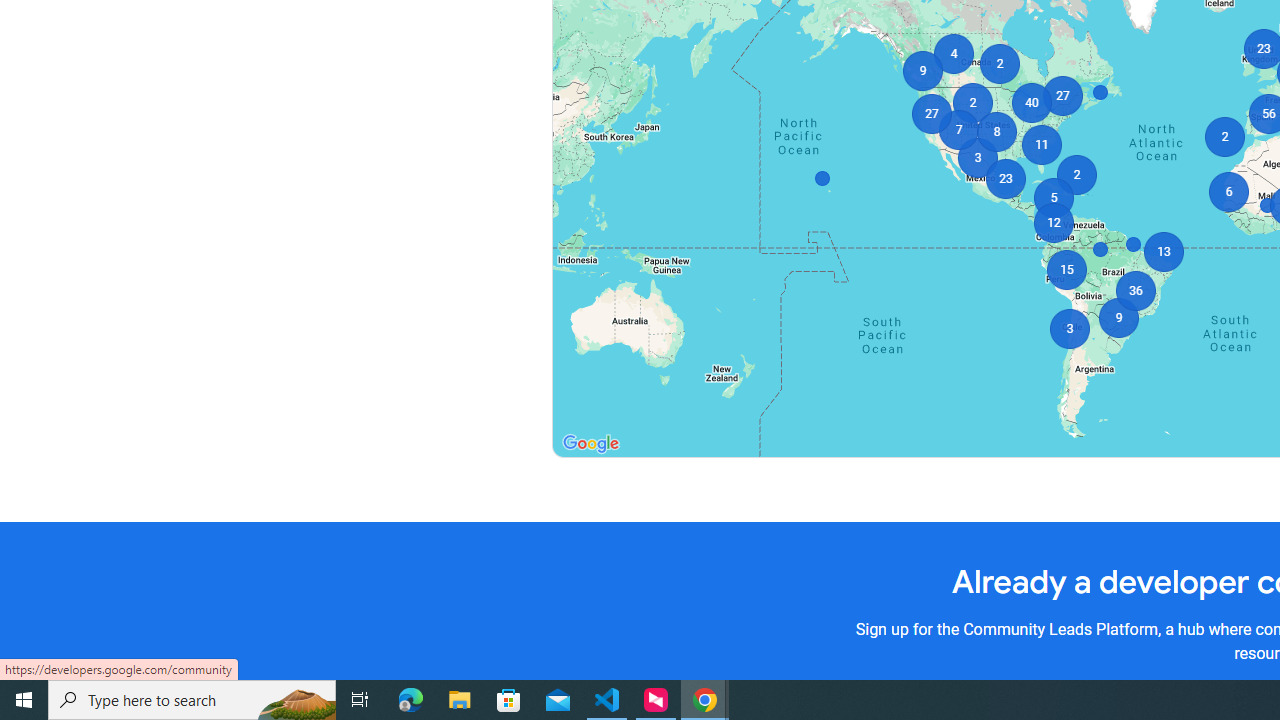 Image resolution: width=1280 pixels, height=720 pixels. What do you see at coordinates (1052, 198) in the screenshot?
I see `'5'` at bounding box center [1052, 198].